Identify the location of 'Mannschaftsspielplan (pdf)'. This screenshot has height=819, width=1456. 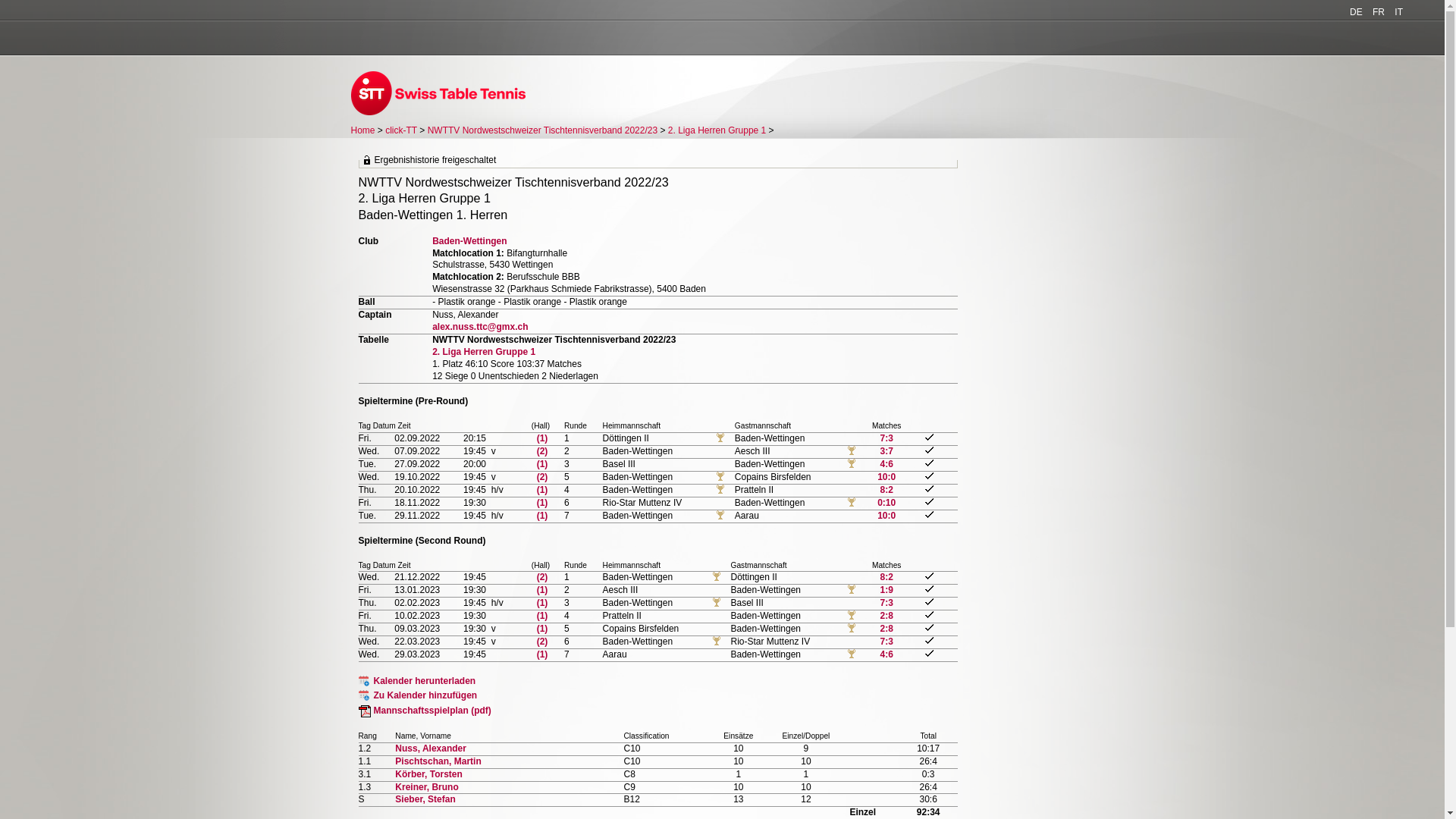
(424, 711).